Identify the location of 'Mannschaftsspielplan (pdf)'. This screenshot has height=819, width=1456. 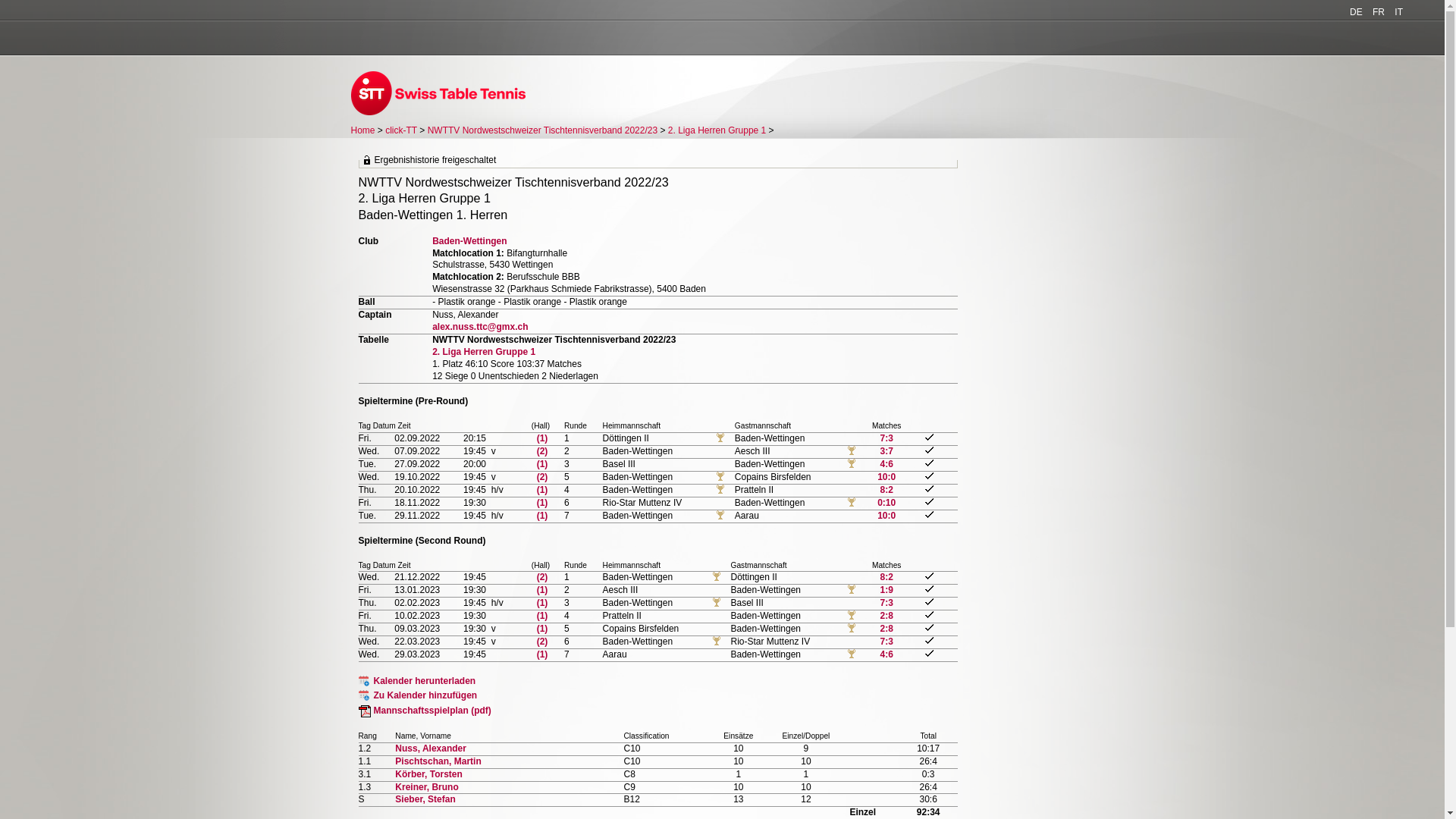
(424, 711).